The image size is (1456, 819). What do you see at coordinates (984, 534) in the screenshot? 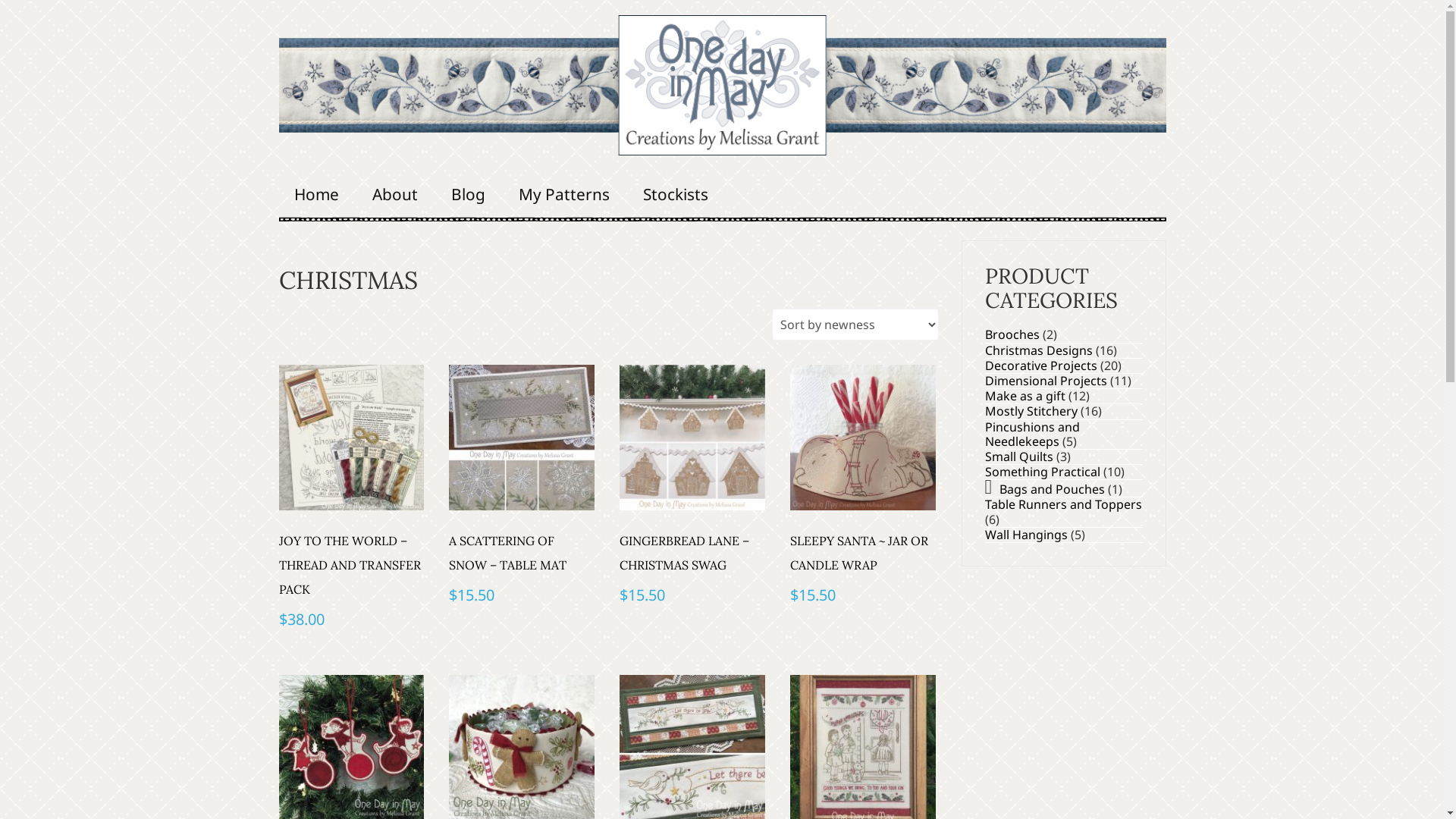
I see `'Wall Hangings'` at bounding box center [984, 534].